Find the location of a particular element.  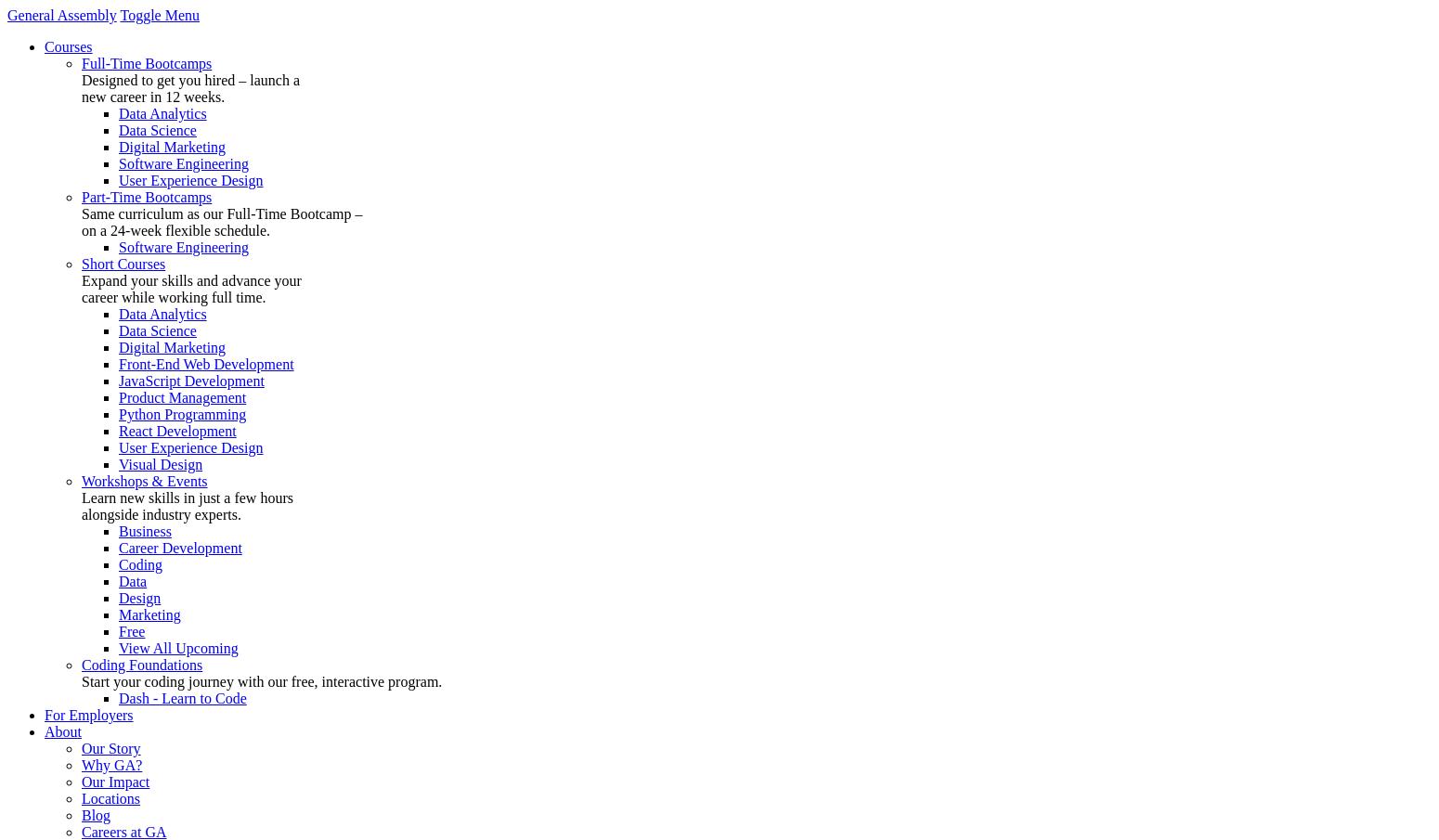

'Expand your skills and advance your' is located at coordinates (82, 279).